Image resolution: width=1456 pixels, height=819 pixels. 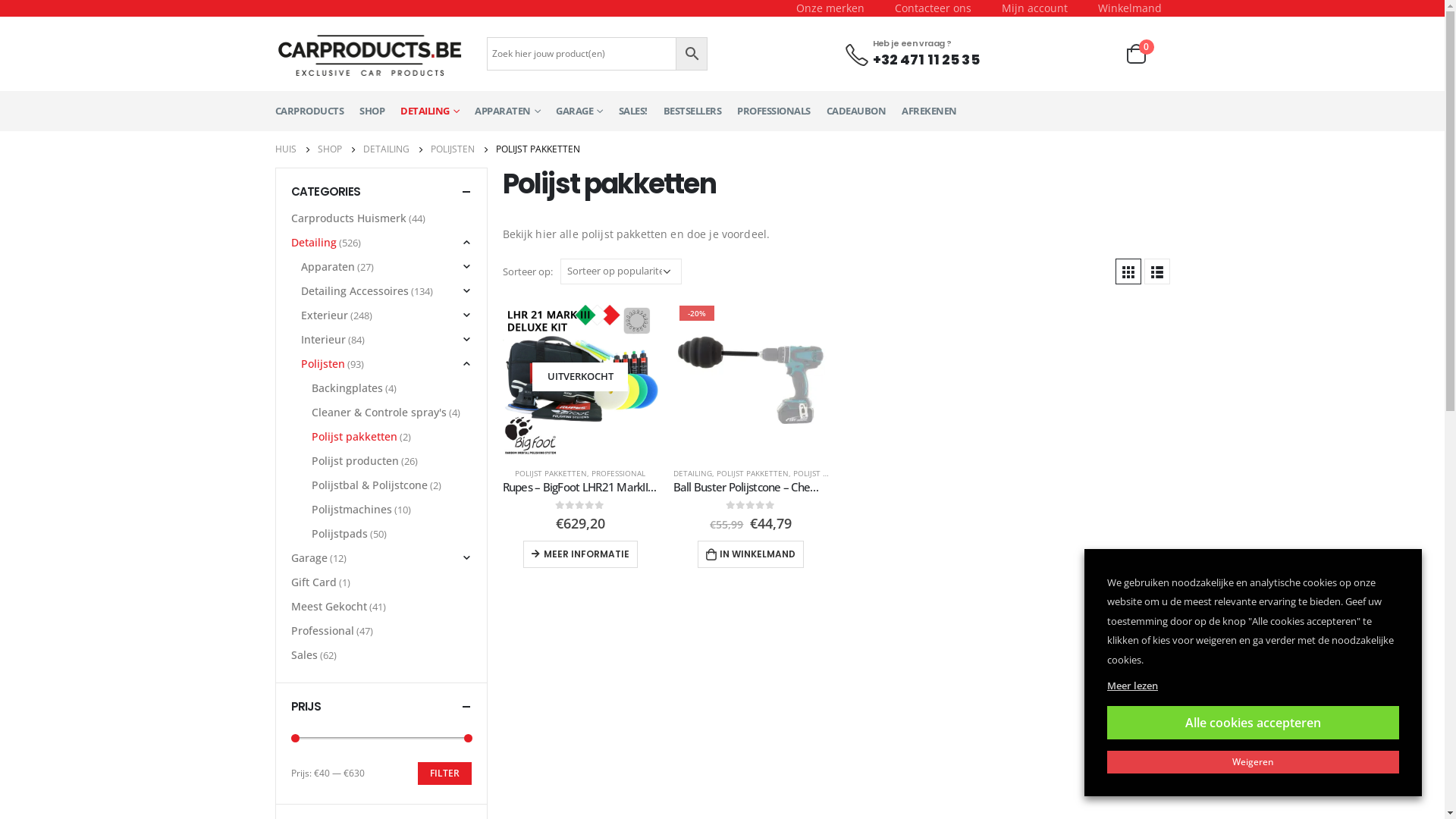 I want to click on 'Backingplates', so click(x=346, y=388).